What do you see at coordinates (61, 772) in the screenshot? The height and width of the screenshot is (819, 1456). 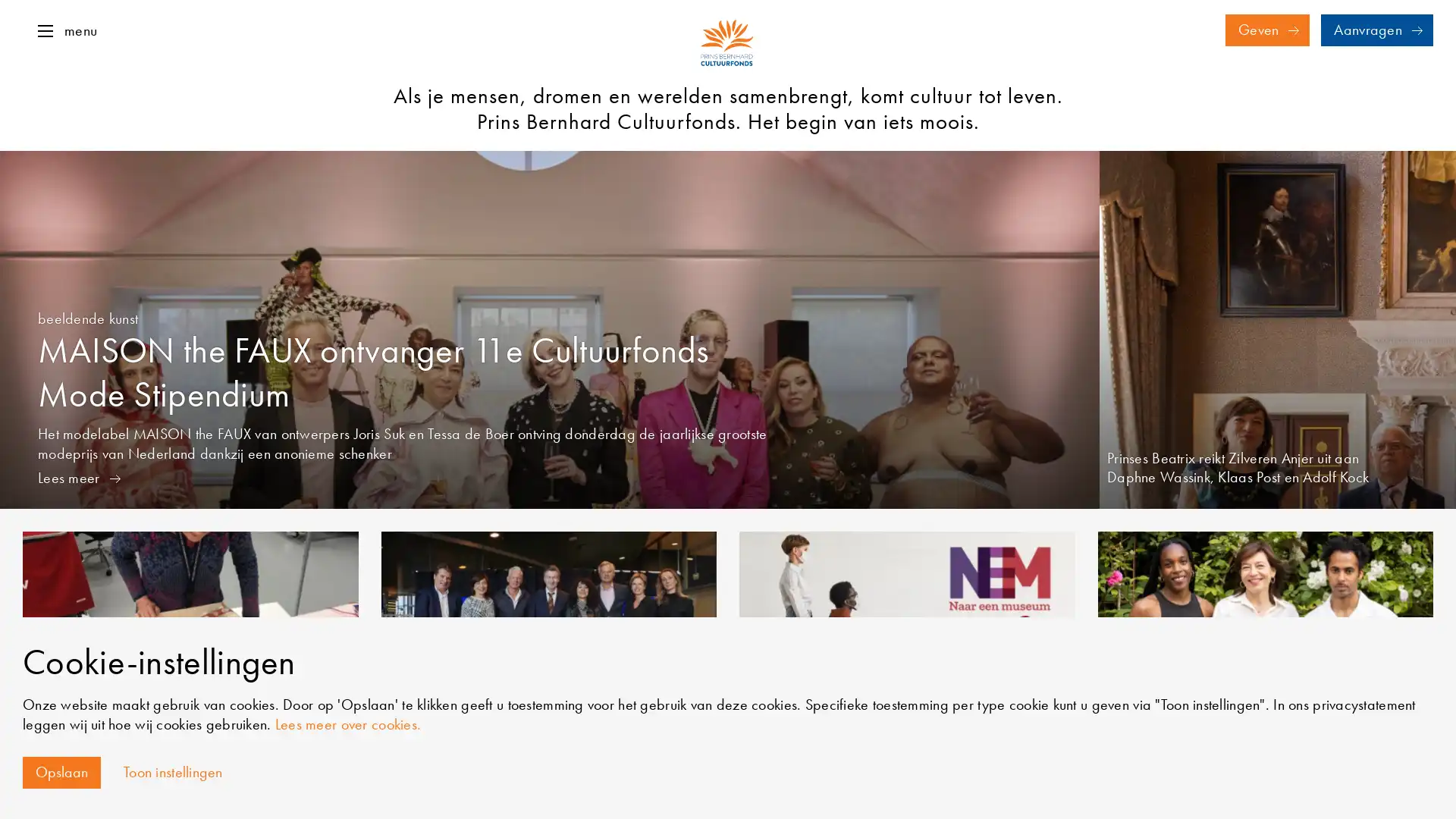 I see `Opslaan` at bounding box center [61, 772].